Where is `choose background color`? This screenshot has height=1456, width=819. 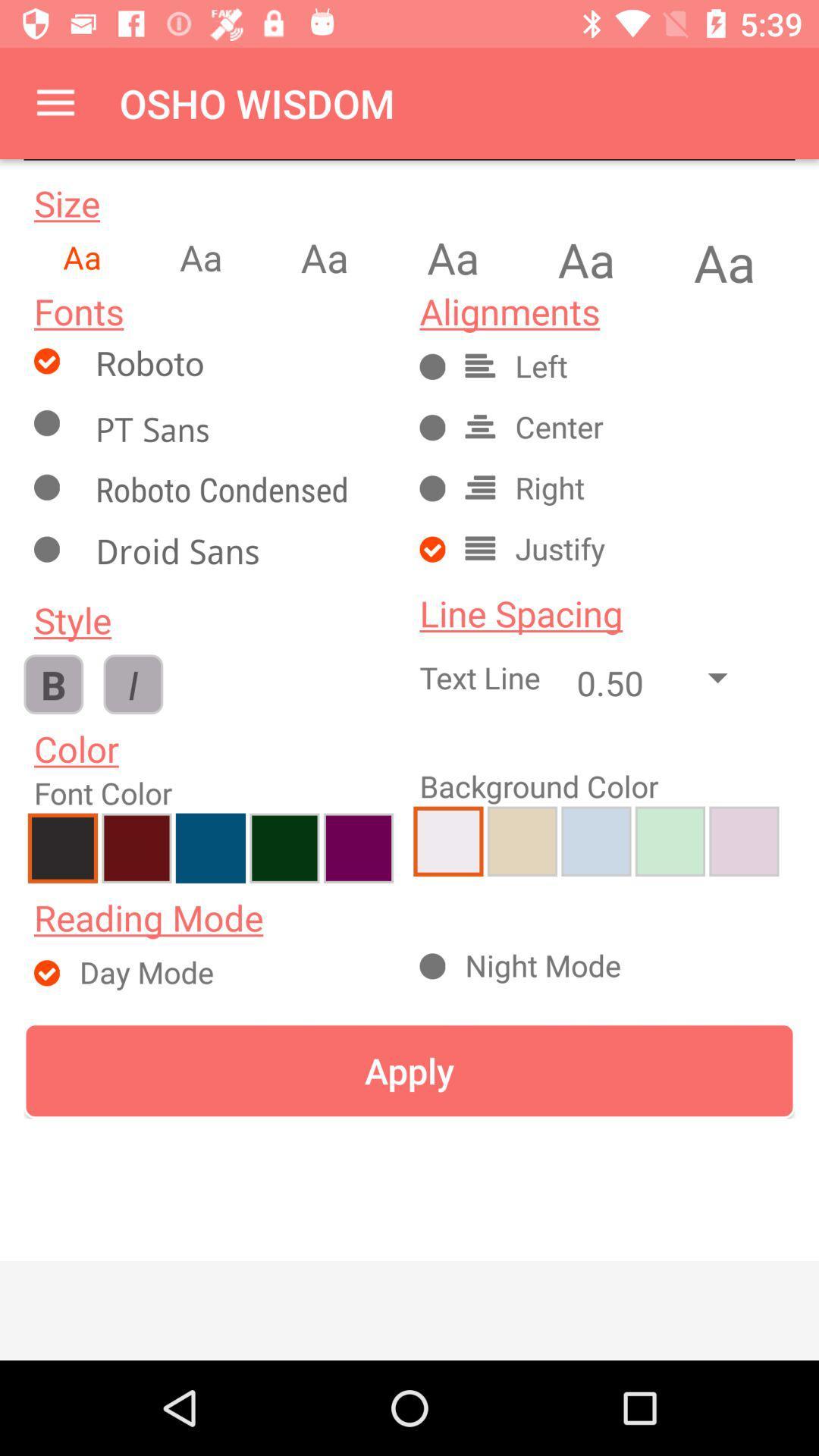
choose background color is located at coordinates (595, 840).